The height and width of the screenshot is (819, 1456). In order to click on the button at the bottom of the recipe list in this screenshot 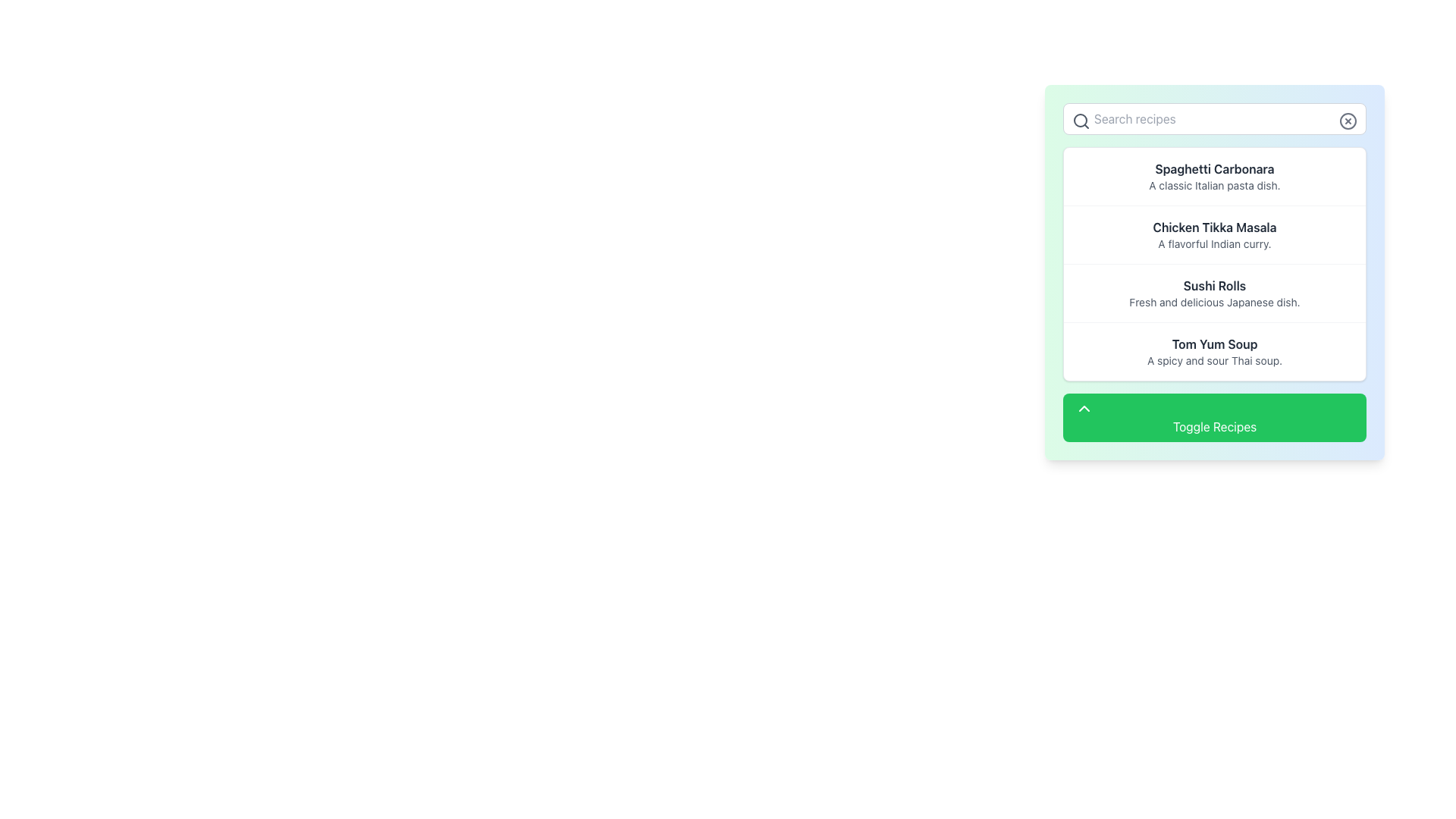, I will do `click(1215, 418)`.